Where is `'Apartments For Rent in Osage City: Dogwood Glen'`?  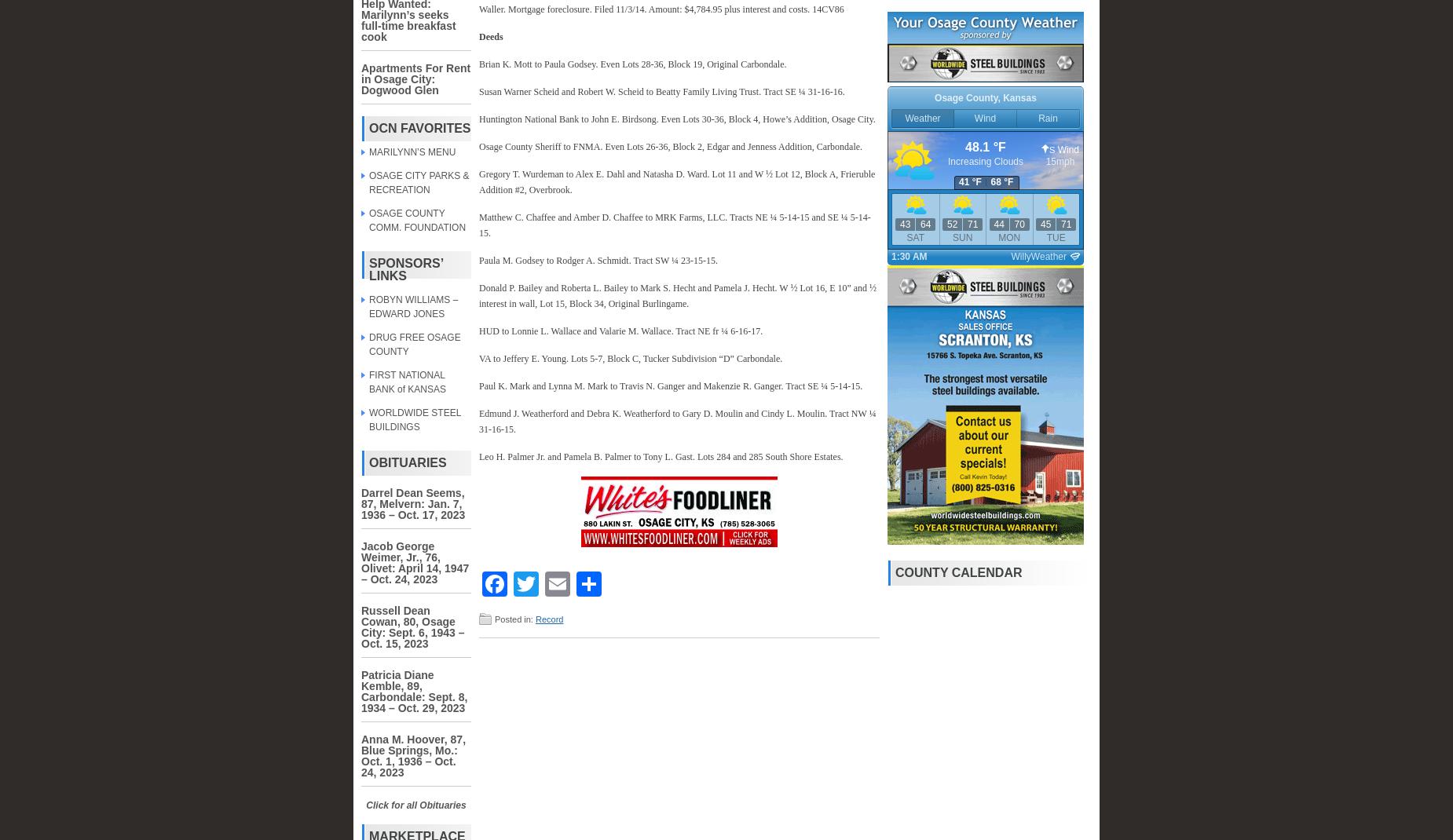 'Apartments For Rent in Osage City: Dogwood Glen' is located at coordinates (415, 79).